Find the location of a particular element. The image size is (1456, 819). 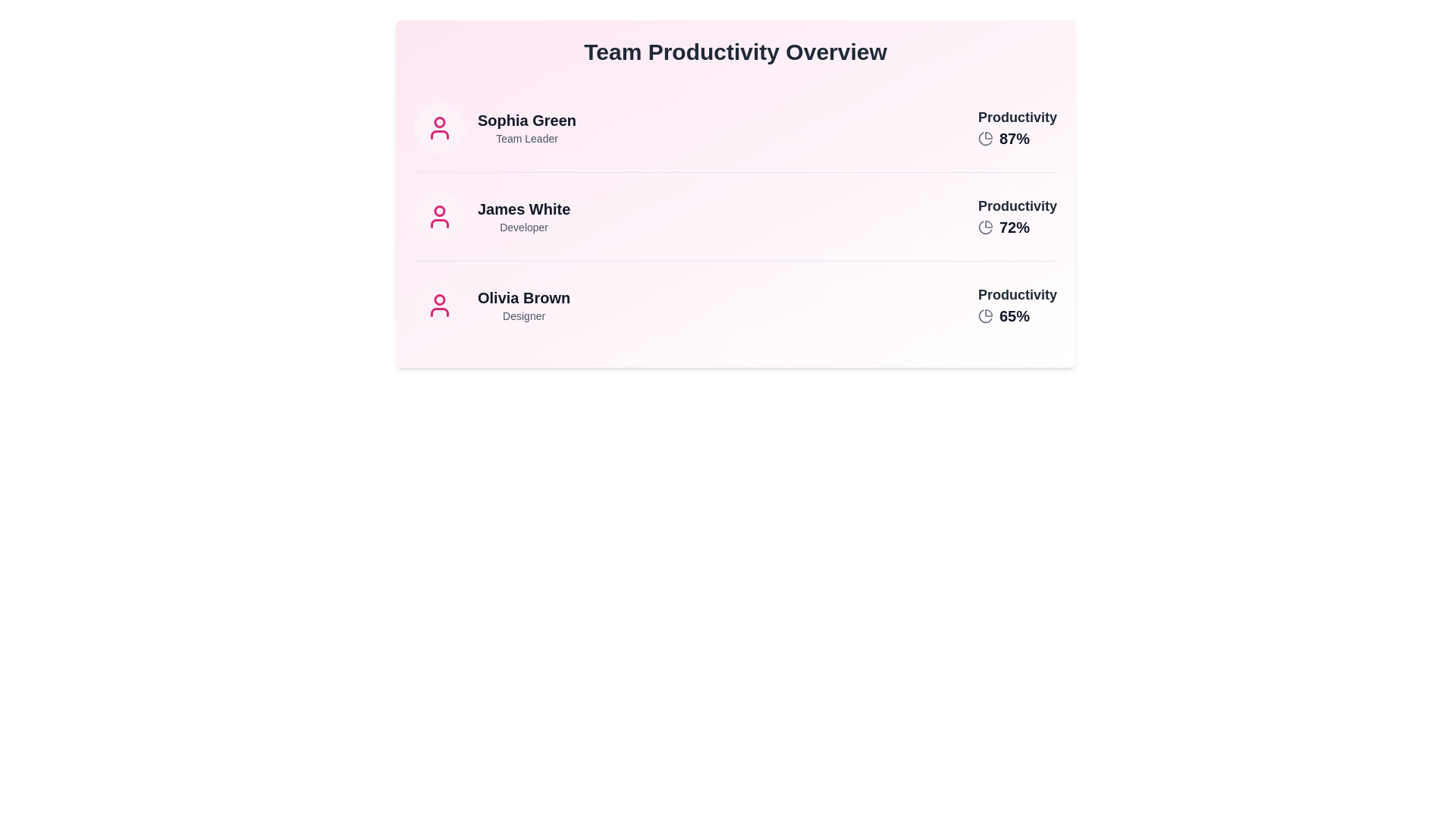

the circular icon with a pink background and user symbol, located in the second row next to 'James White' is located at coordinates (439, 216).